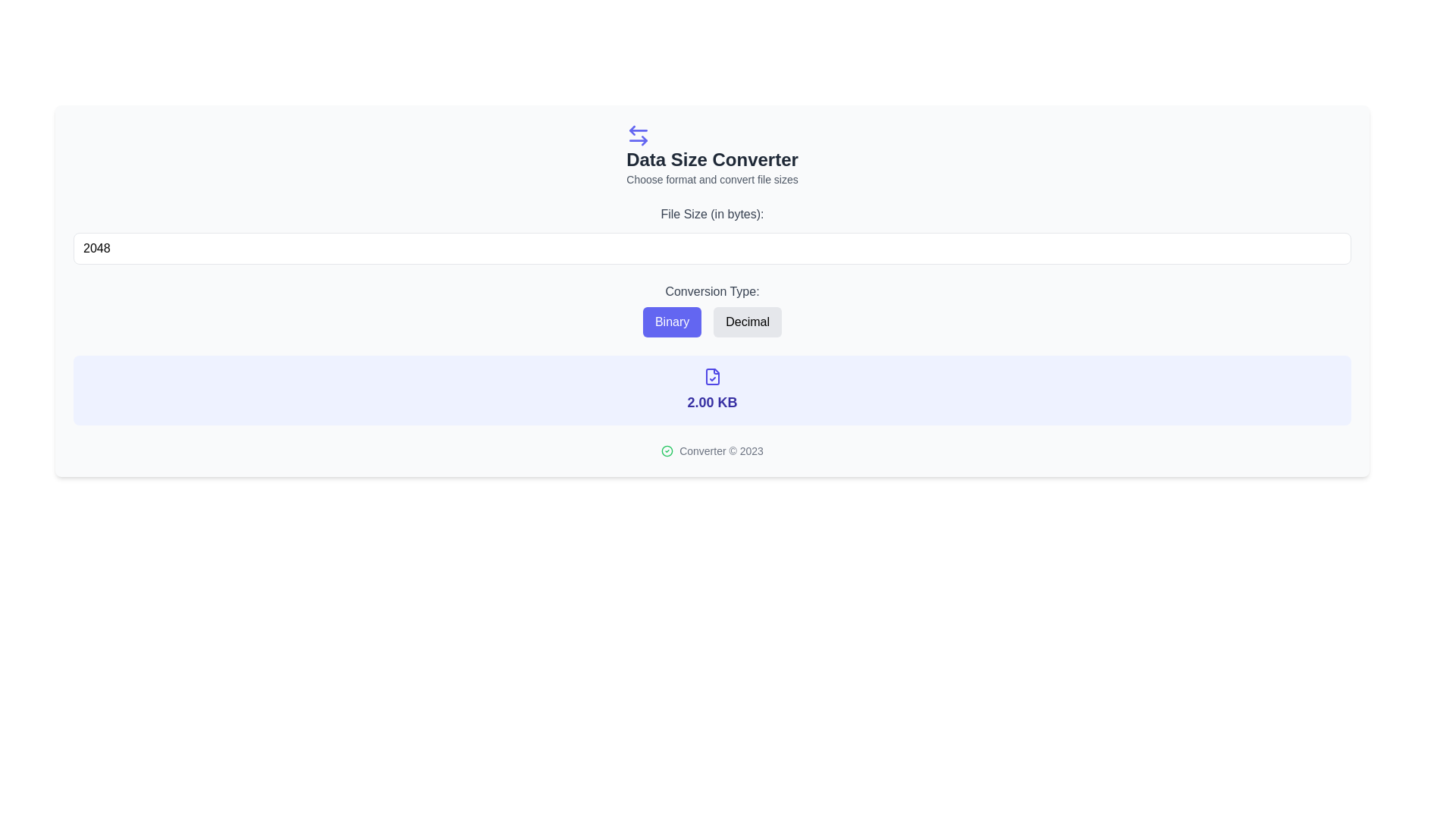 This screenshot has width=1456, height=819. Describe the element at coordinates (639, 134) in the screenshot. I see `the conversion icon located above the 'Data Size Converter' text, aligned with its left edge` at that location.